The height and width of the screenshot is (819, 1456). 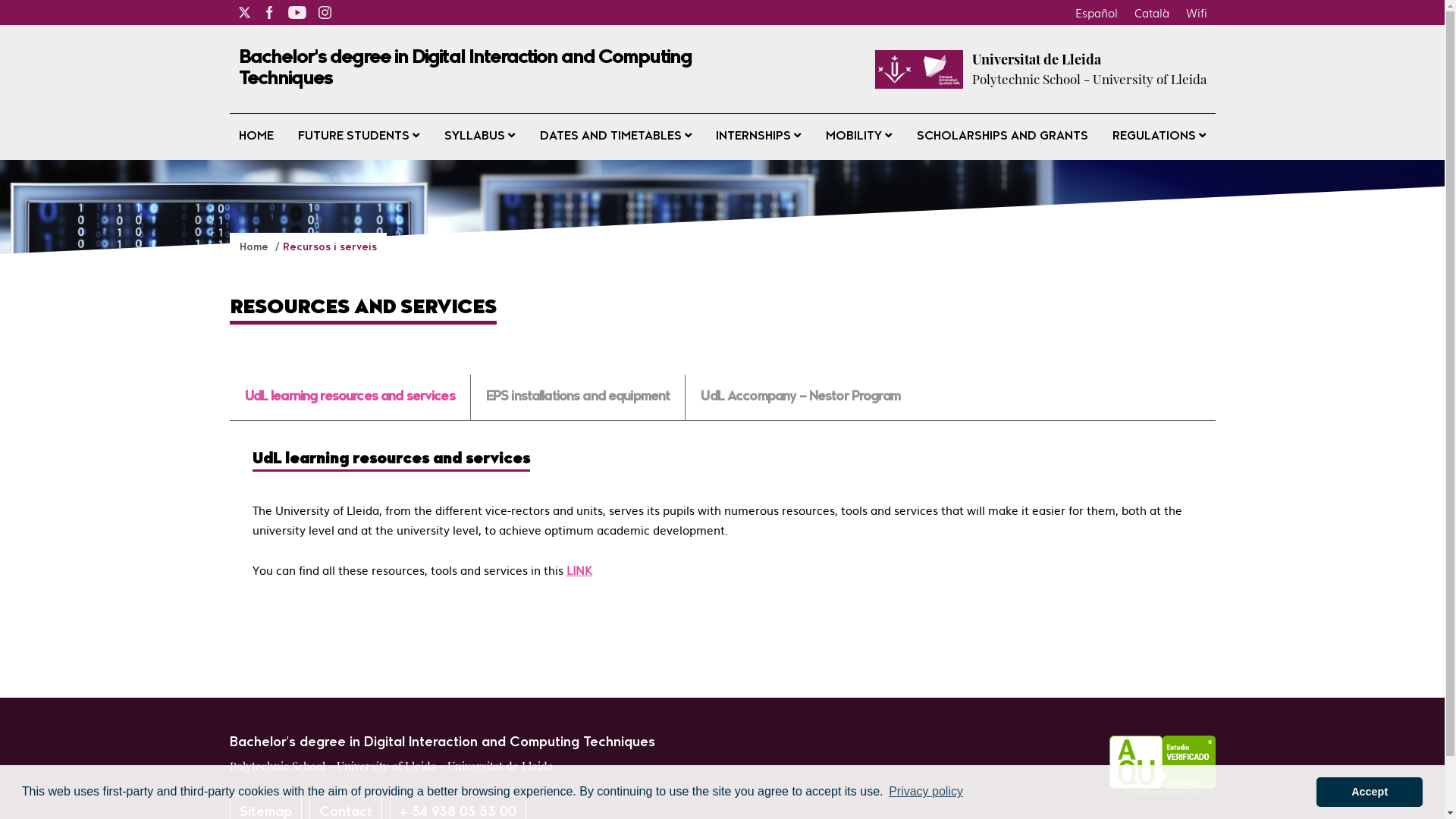 What do you see at coordinates (924, 791) in the screenshot?
I see `'Privacy policy'` at bounding box center [924, 791].